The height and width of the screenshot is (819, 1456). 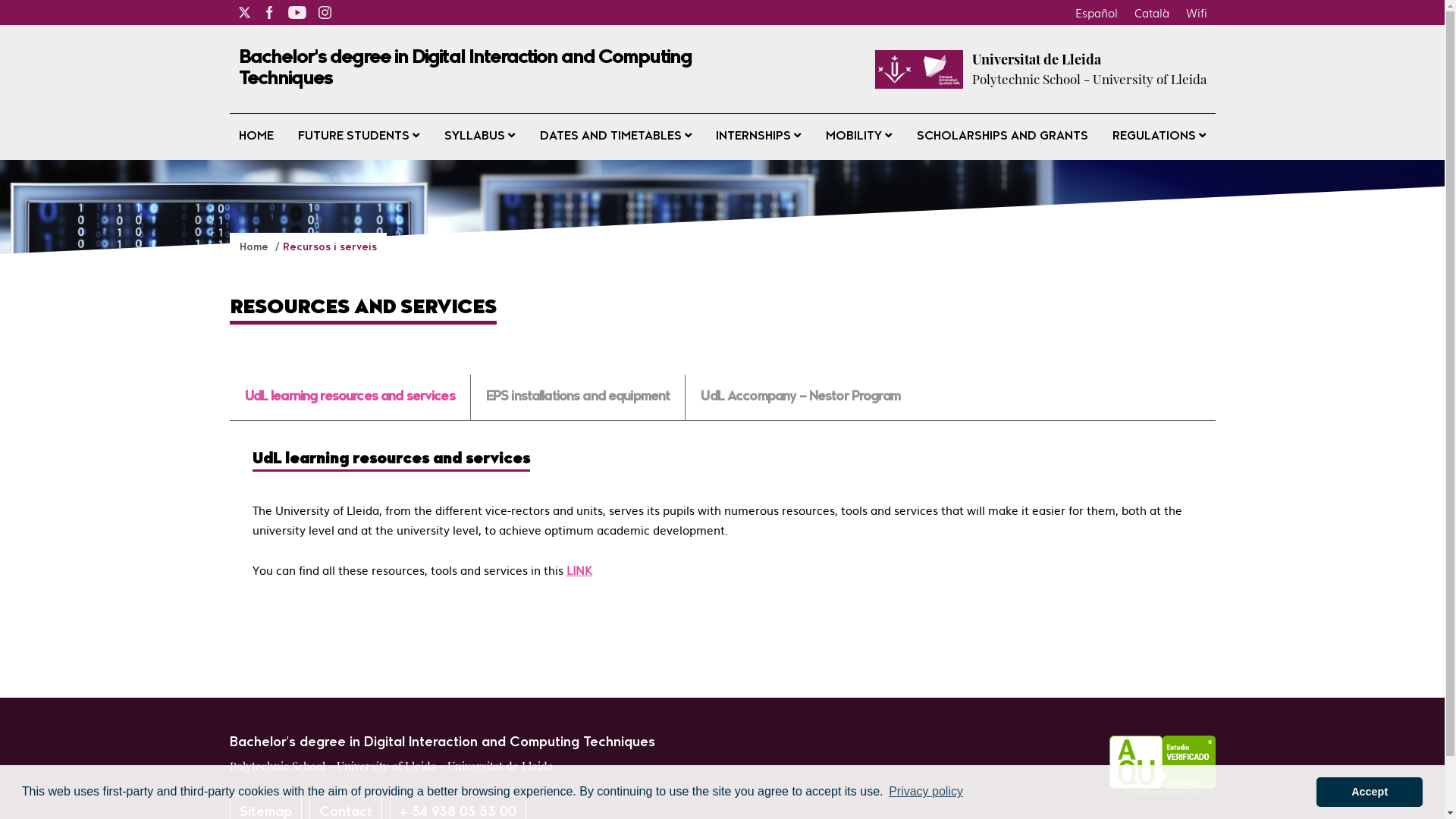 What do you see at coordinates (924, 791) in the screenshot?
I see `'Privacy policy'` at bounding box center [924, 791].